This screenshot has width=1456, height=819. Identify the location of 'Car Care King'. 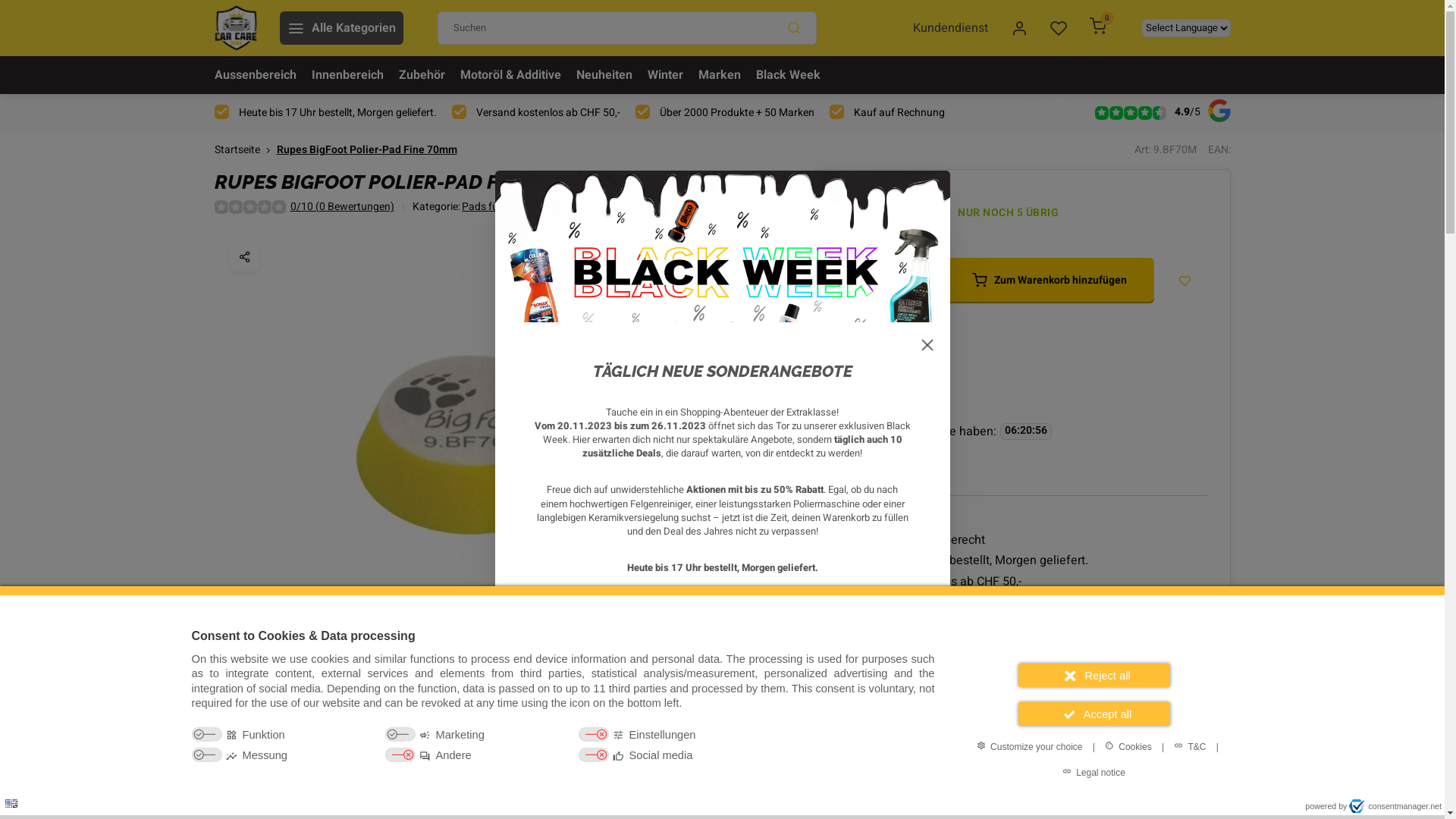
(234, 28).